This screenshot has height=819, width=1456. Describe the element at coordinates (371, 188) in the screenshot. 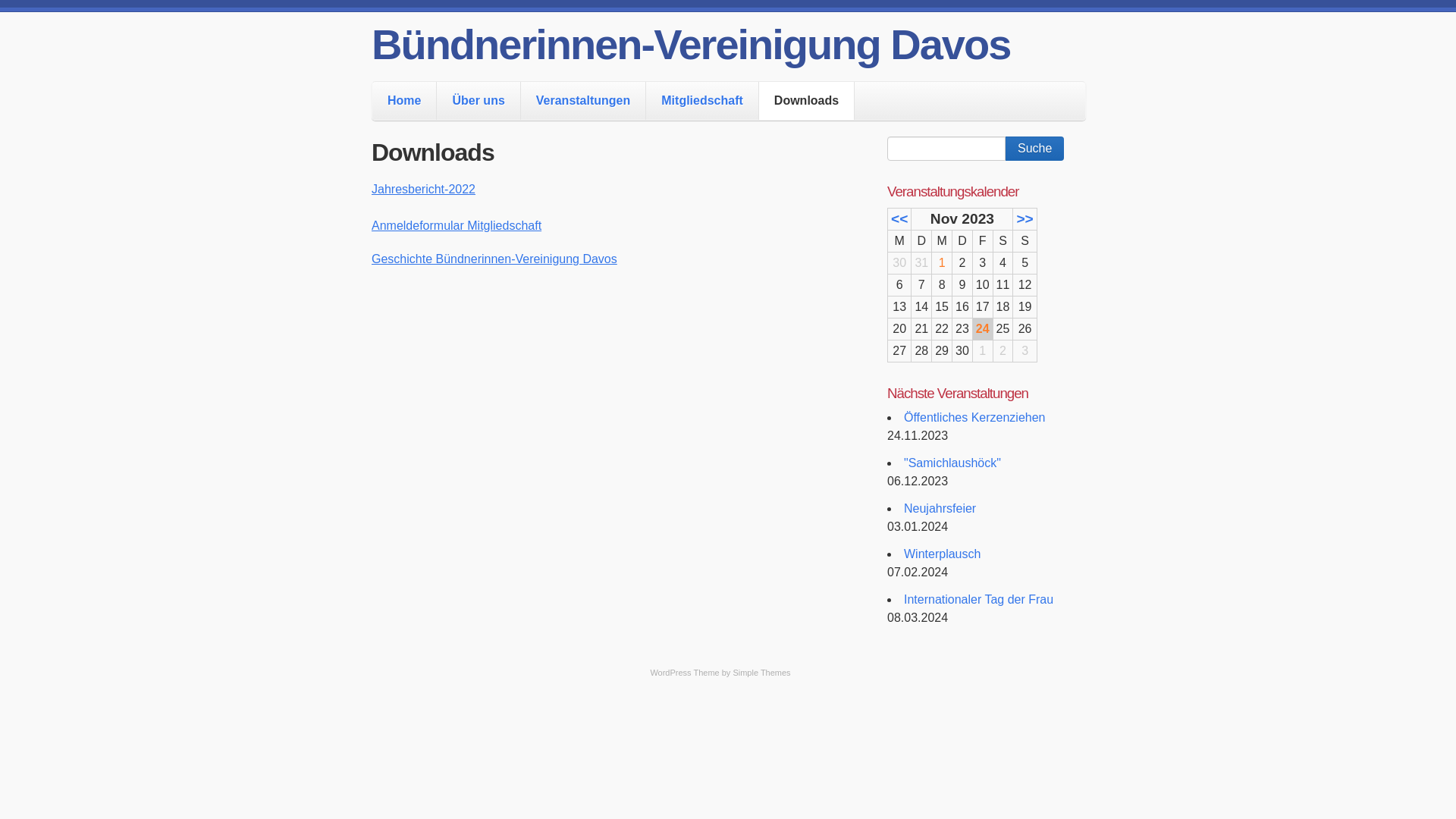

I see `'Jahresbericht-2022'` at that location.